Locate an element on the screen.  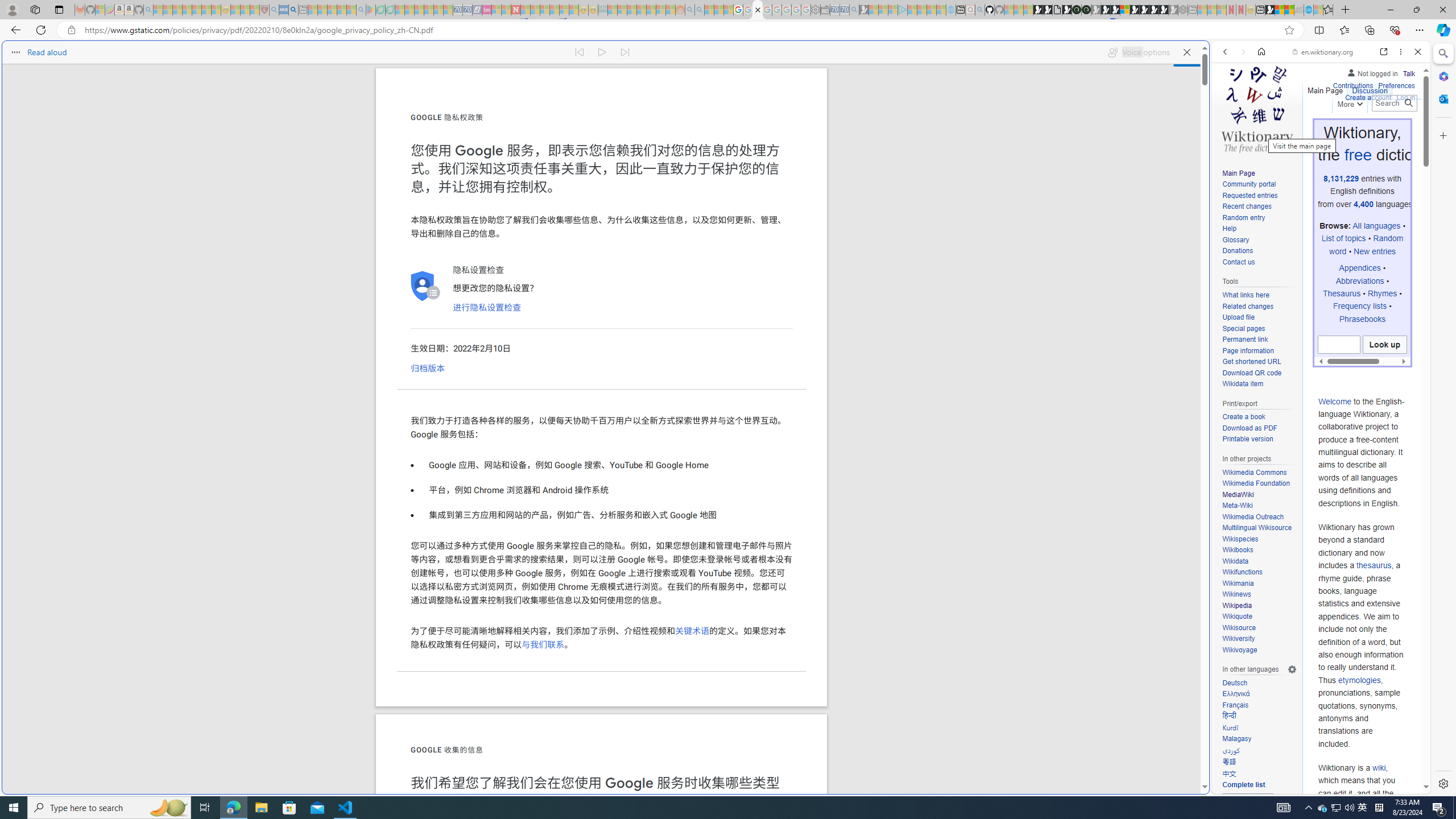
'Wikimedia Commons' is located at coordinates (1254, 472).